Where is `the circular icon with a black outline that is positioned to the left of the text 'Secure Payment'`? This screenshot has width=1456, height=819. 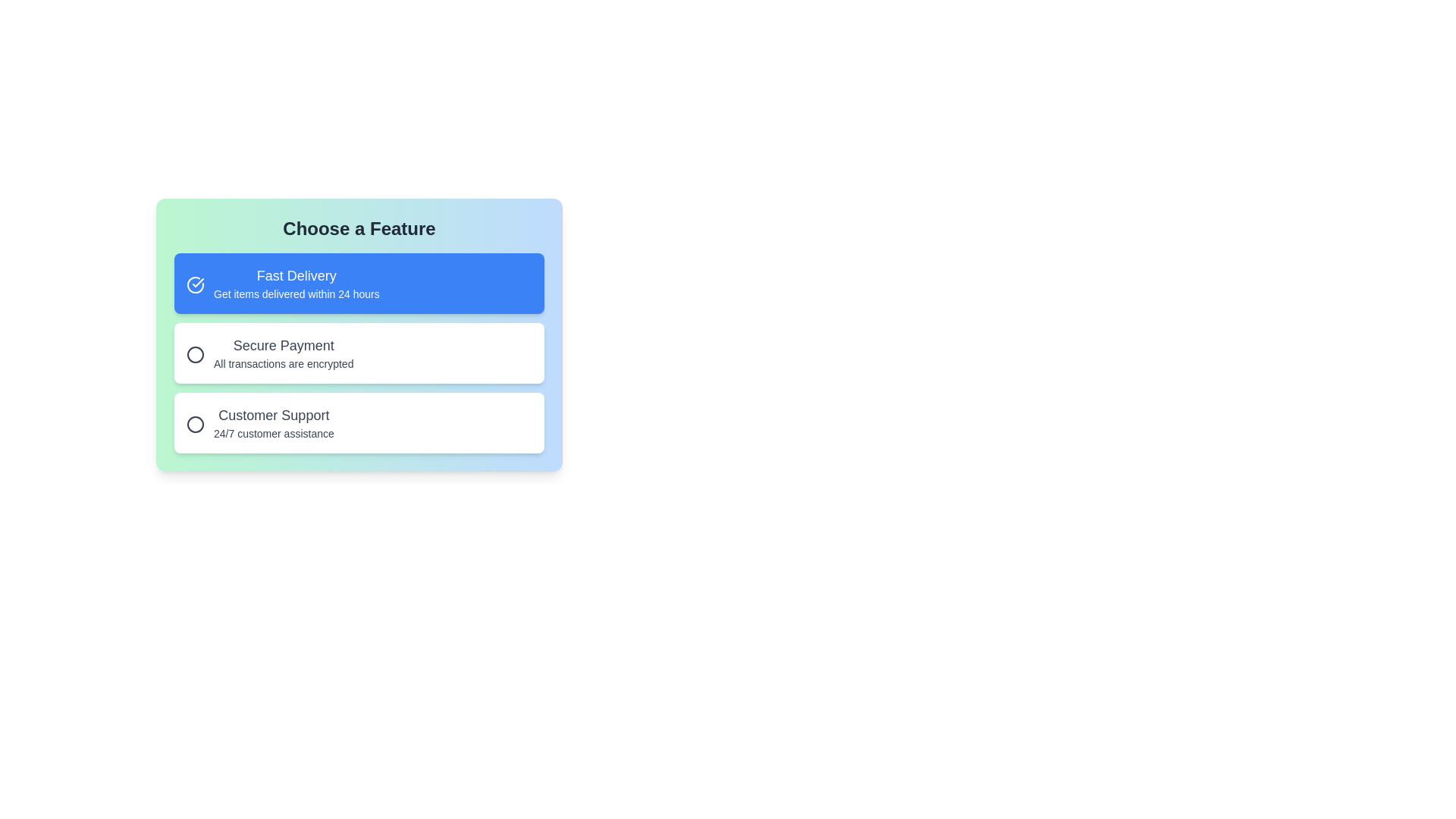 the circular icon with a black outline that is positioned to the left of the text 'Secure Payment' is located at coordinates (193, 353).